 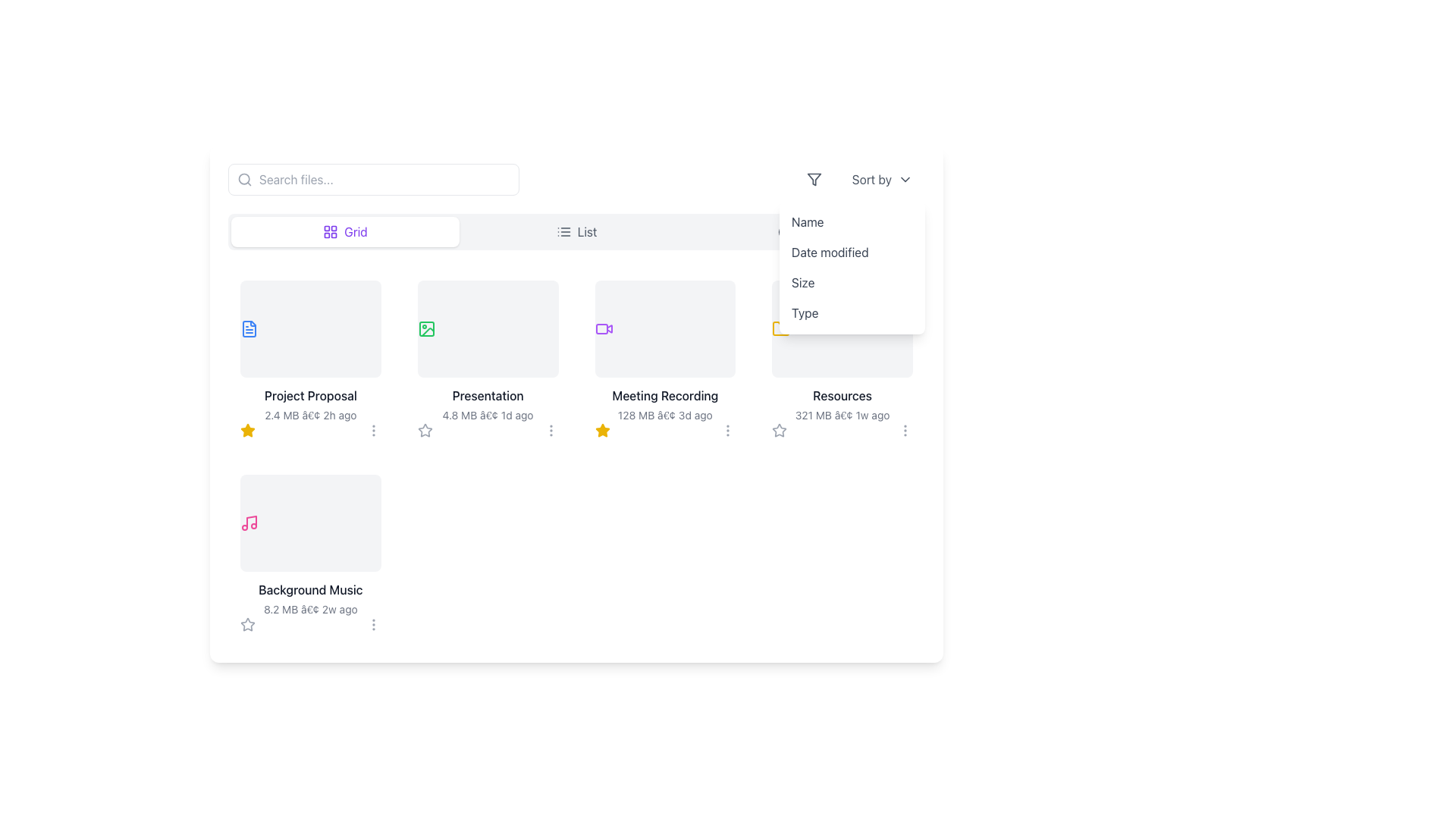 What do you see at coordinates (309, 589) in the screenshot?
I see `the text label that serves as a title for the file represented in the file management area, located below the musical note icon and above the details text '8.2 MB • 2w ago'` at bounding box center [309, 589].